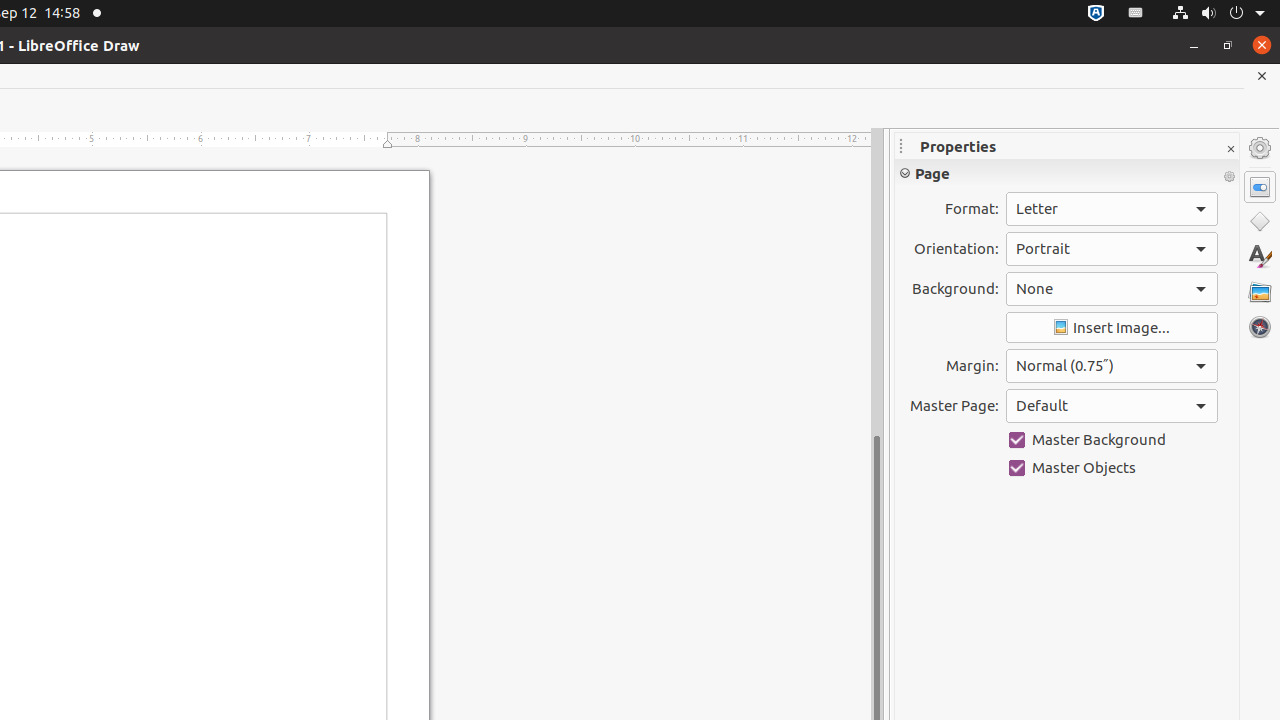  What do you see at coordinates (1229, 148) in the screenshot?
I see `'Close Sidebar Deck'` at bounding box center [1229, 148].